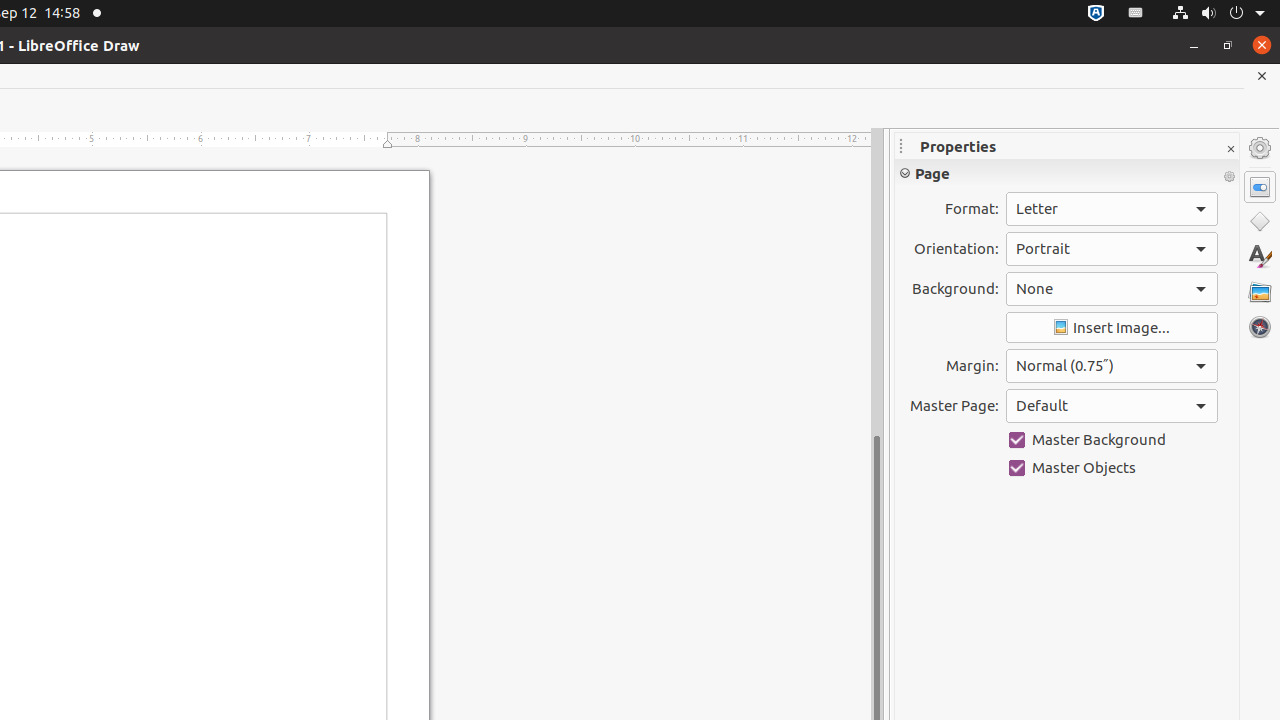  What do you see at coordinates (1229, 148) in the screenshot?
I see `'Close Sidebar Deck'` at bounding box center [1229, 148].